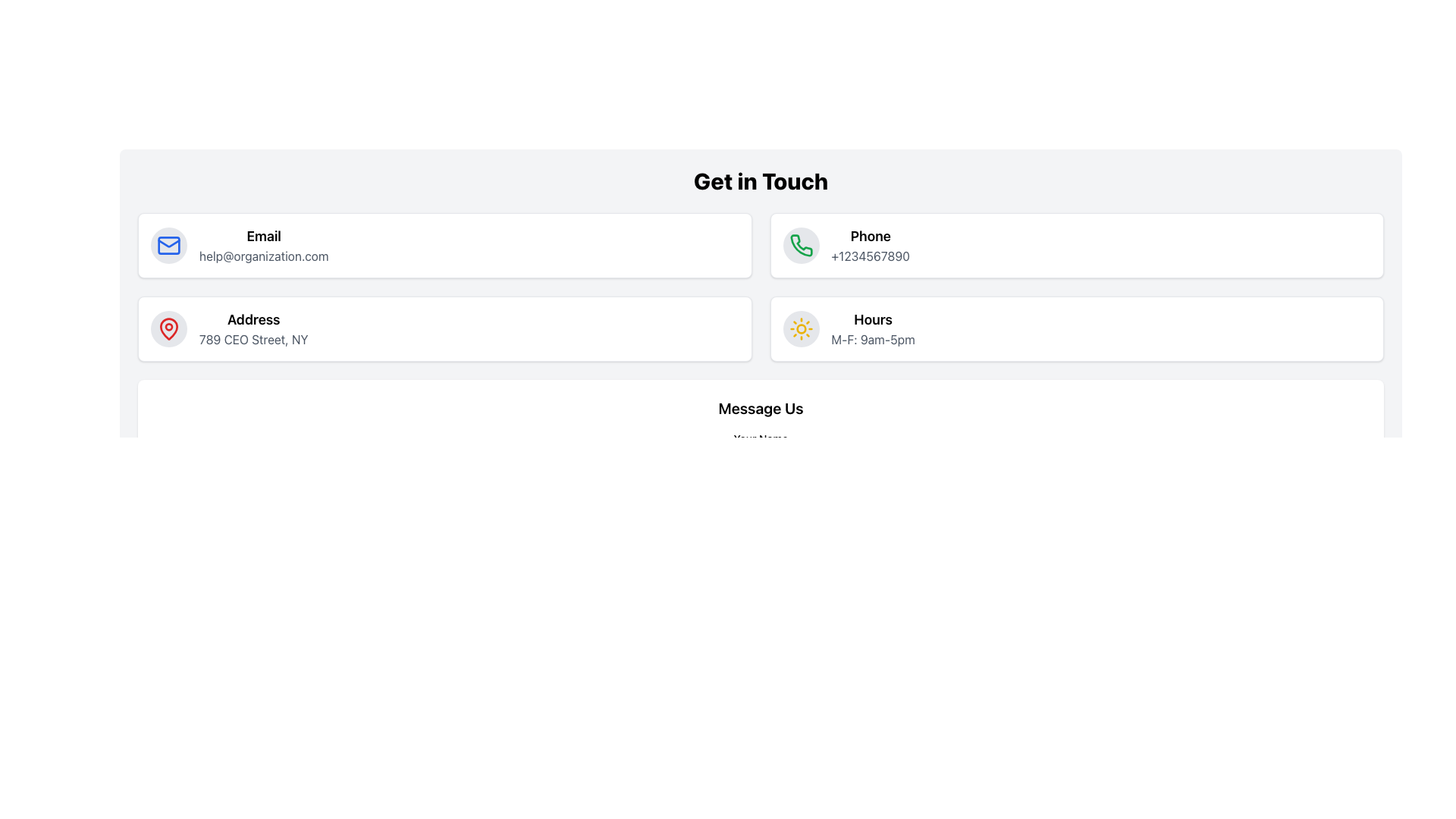 This screenshot has height=819, width=1456. Describe the element at coordinates (168, 245) in the screenshot. I see `the blue envelope icon in the upper left cell of the 'Get in Touch' section to interact with it` at that location.